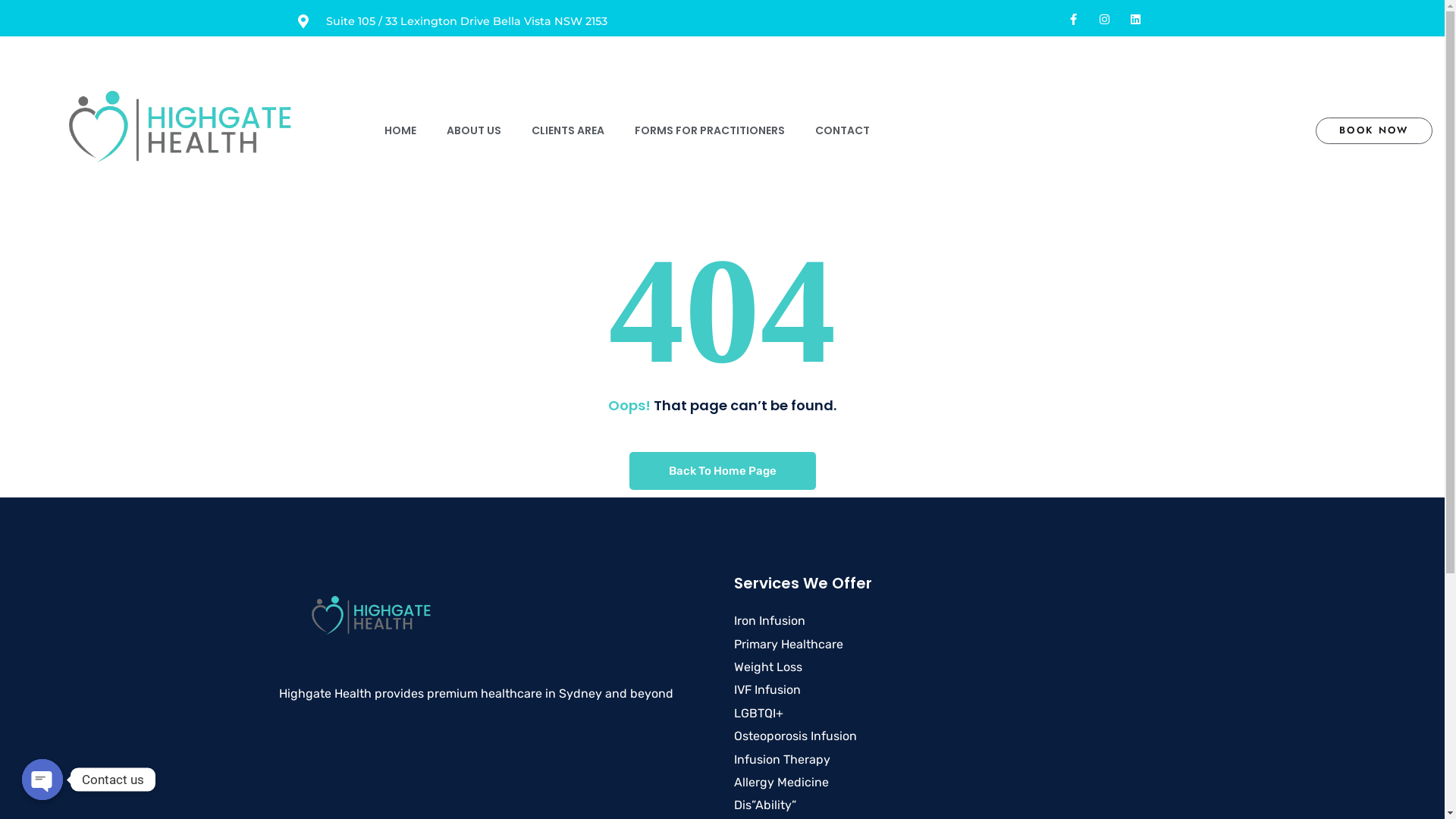 The image size is (1456, 819). I want to click on 'FORMS FOR PRACTITIONERS', so click(709, 130).